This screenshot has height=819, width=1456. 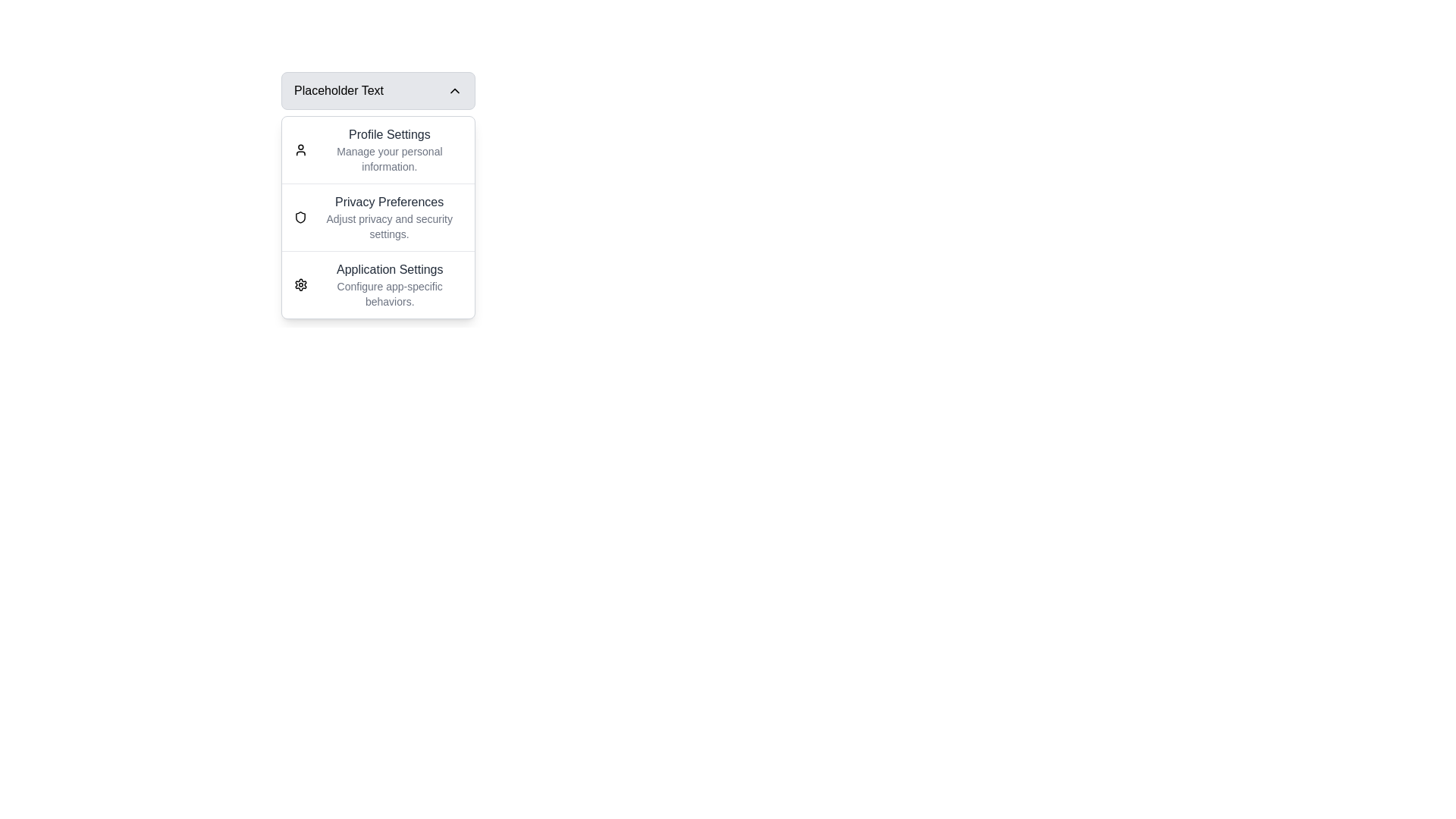 I want to click on the 'Privacy Preferences' icon, which is located to the left of the 'Privacy Preferences' text in the middle option of a vertical menu containing three options, so click(x=300, y=217).